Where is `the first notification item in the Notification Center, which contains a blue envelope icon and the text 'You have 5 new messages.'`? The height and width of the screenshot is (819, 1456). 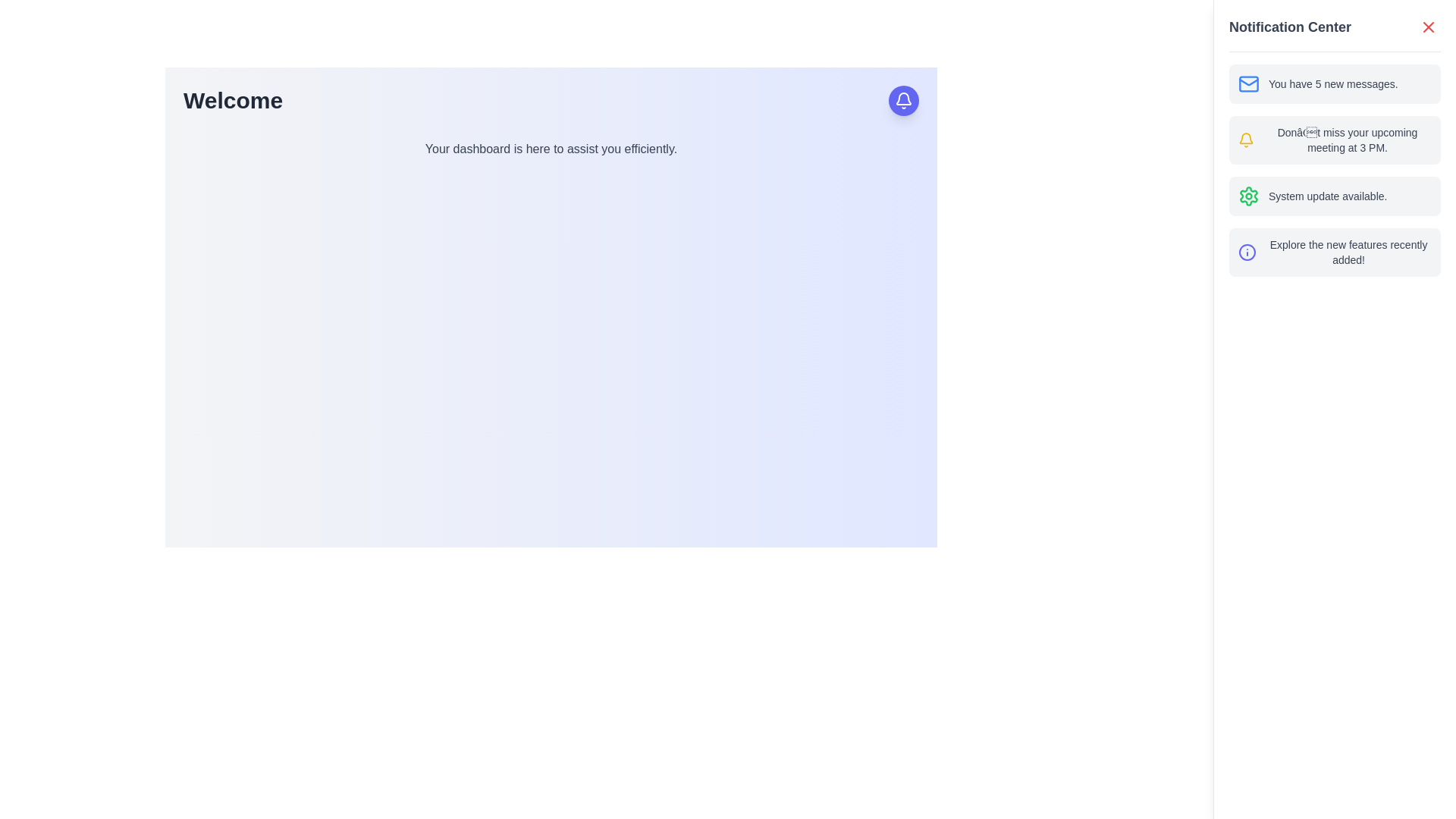
the first notification item in the Notification Center, which contains a blue envelope icon and the text 'You have 5 new messages.' is located at coordinates (1335, 84).